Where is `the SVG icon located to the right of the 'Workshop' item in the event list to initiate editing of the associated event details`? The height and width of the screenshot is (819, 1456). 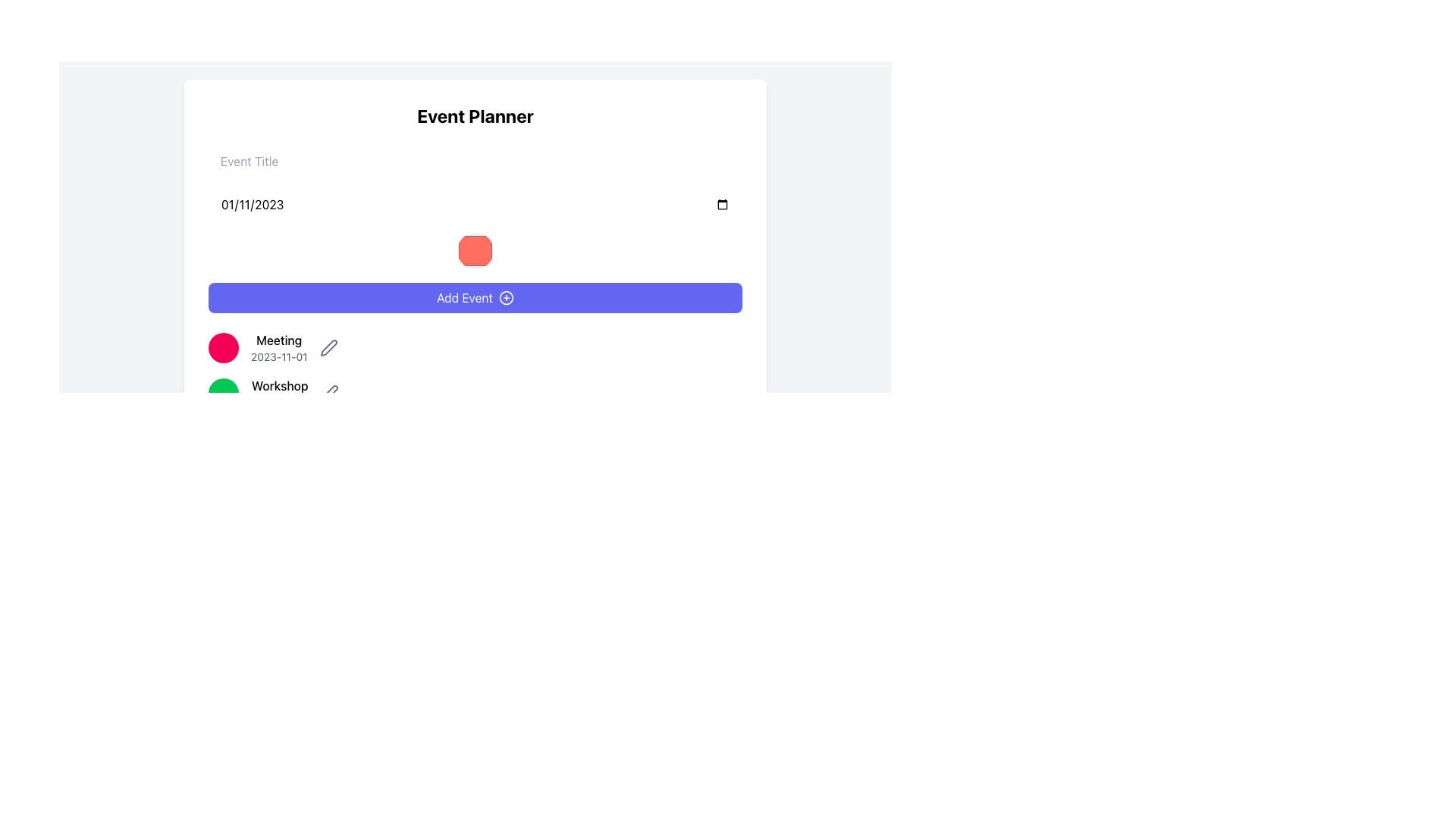
the SVG icon located to the right of the 'Workshop' item in the event list to initiate editing of the associated event details is located at coordinates (328, 348).